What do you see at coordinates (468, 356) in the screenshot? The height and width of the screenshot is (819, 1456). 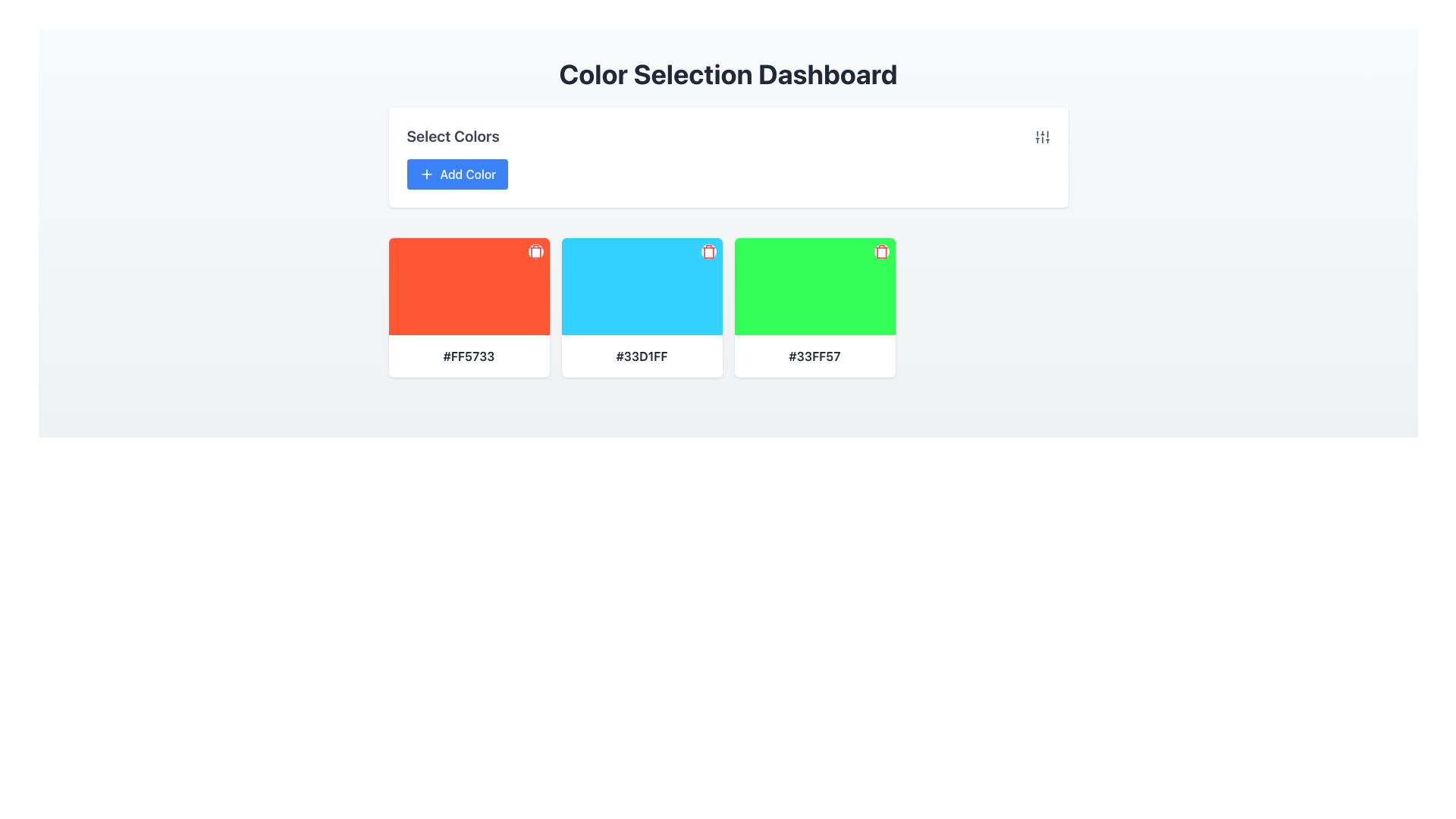 I see `the static text displaying the hexadecimal color code '#FF5733', which is located underneath a red-colored square in a row of three similar squares` at bounding box center [468, 356].